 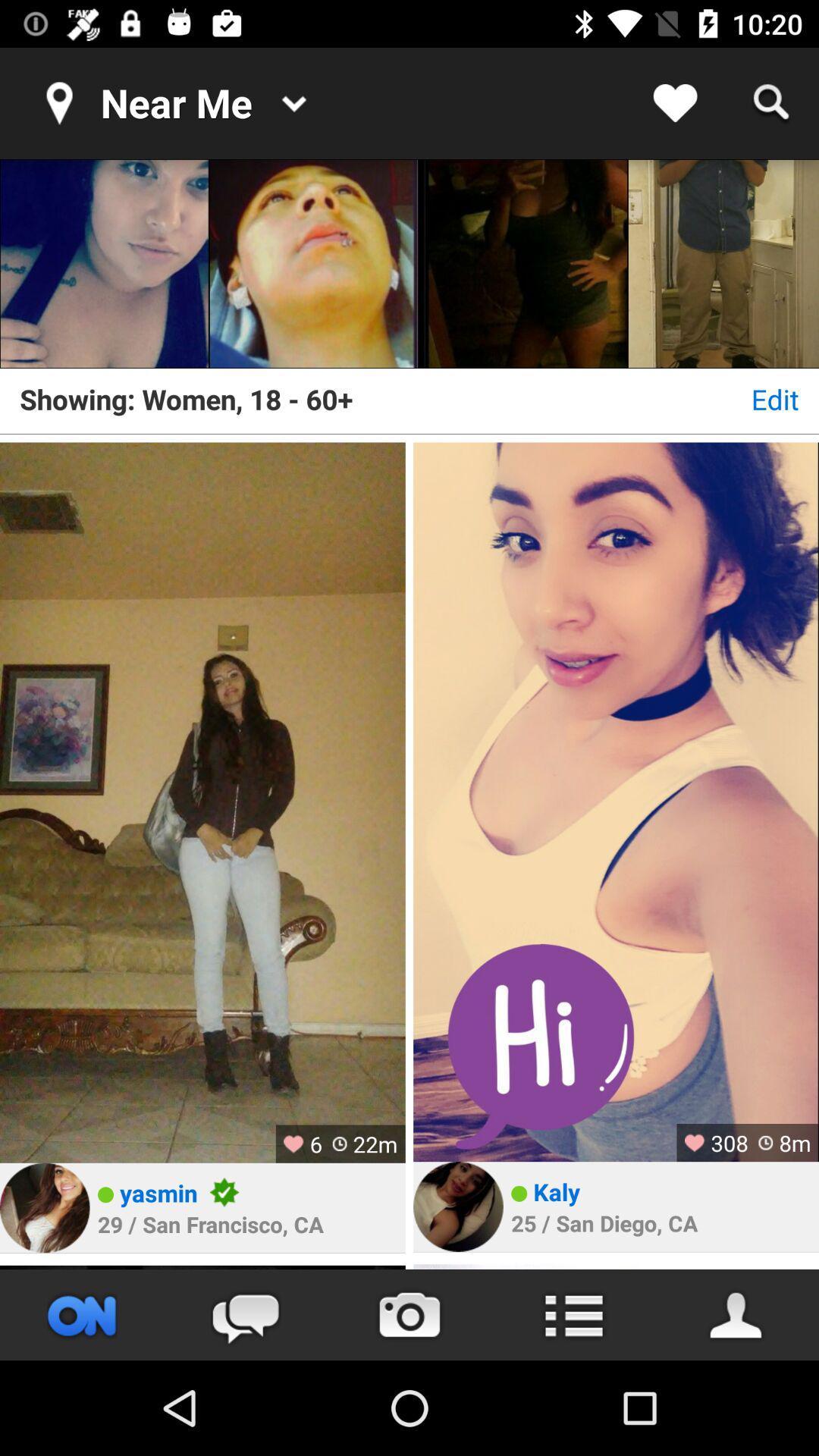 What do you see at coordinates (675, 103) in the screenshot?
I see `the heart icon left to search icon` at bounding box center [675, 103].